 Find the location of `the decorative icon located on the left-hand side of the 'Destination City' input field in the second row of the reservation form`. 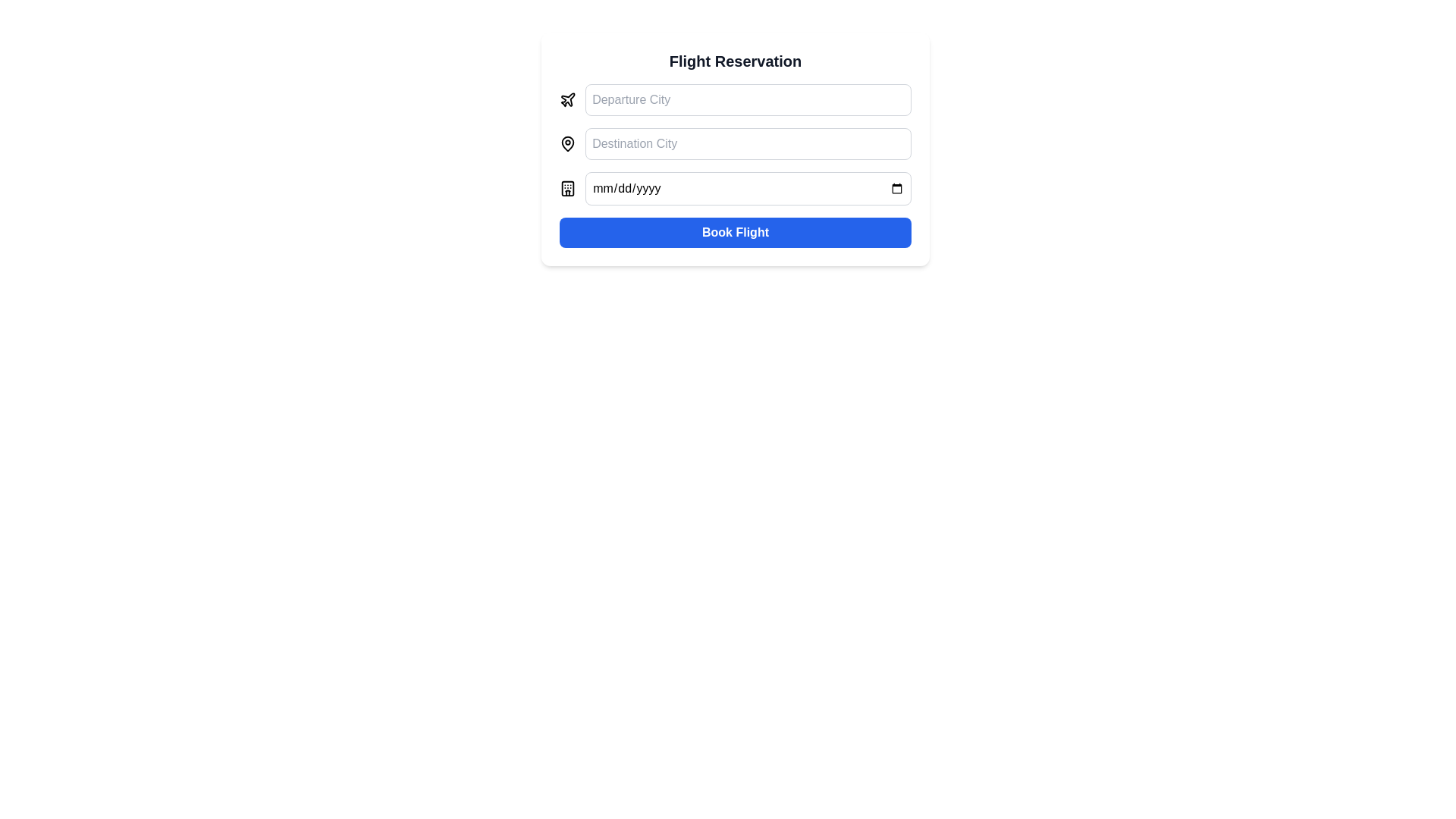

the decorative icon located on the left-hand side of the 'Destination City' input field in the second row of the reservation form is located at coordinates (566, 143).